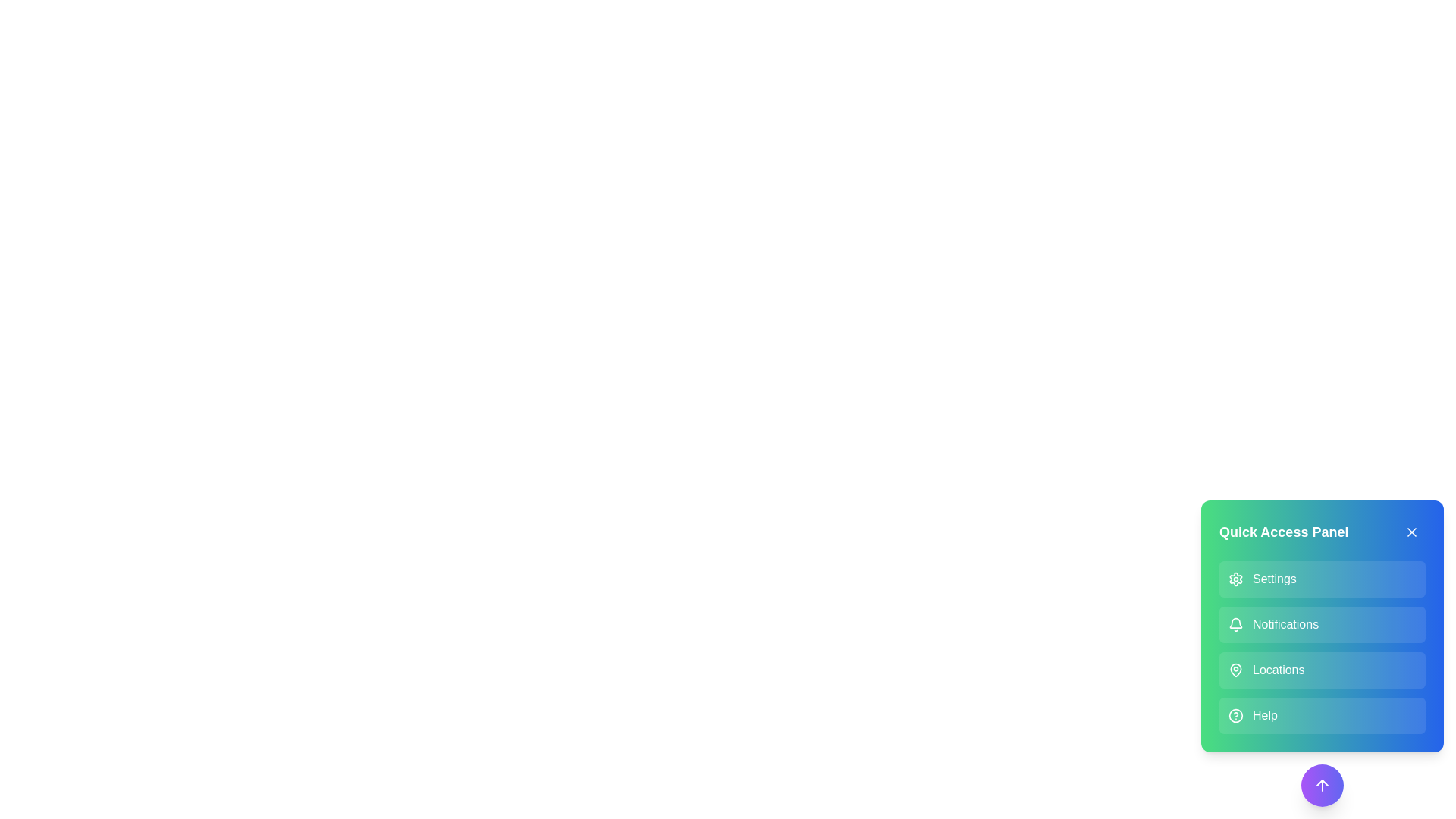 This screenshot has width=1456, height=819. Describe the element at coordinates (1236, 625) in the screenshot. I see `the bell icon element, which signifies notifications, located in the 'Notifications' option of the Quick Access Panel` at that location.